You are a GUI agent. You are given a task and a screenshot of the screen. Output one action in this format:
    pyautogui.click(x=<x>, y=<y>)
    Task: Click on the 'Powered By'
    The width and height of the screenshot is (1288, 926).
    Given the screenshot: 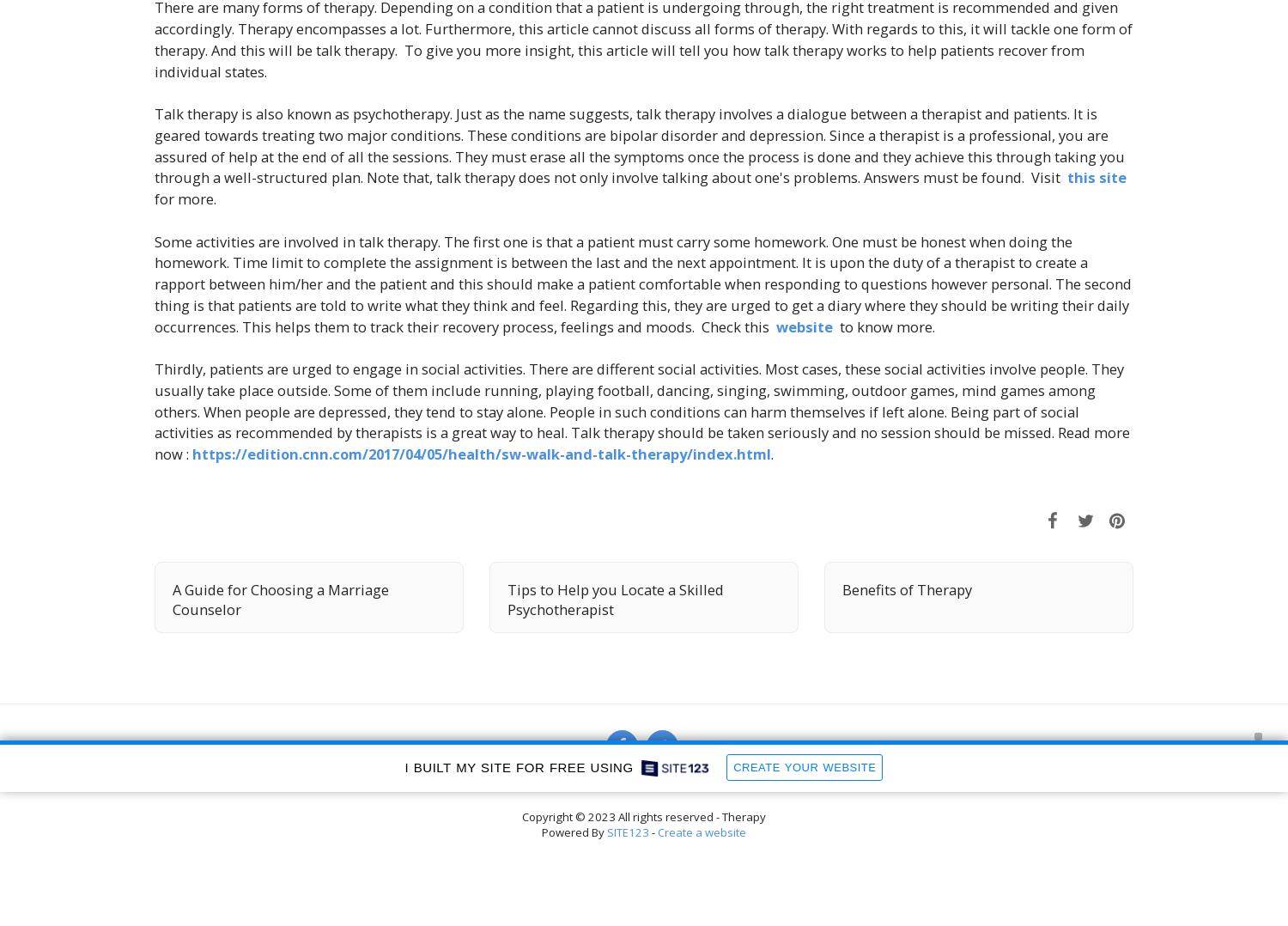 What is the action you would take?
    pyautogui.click(x=574, y=832)
    